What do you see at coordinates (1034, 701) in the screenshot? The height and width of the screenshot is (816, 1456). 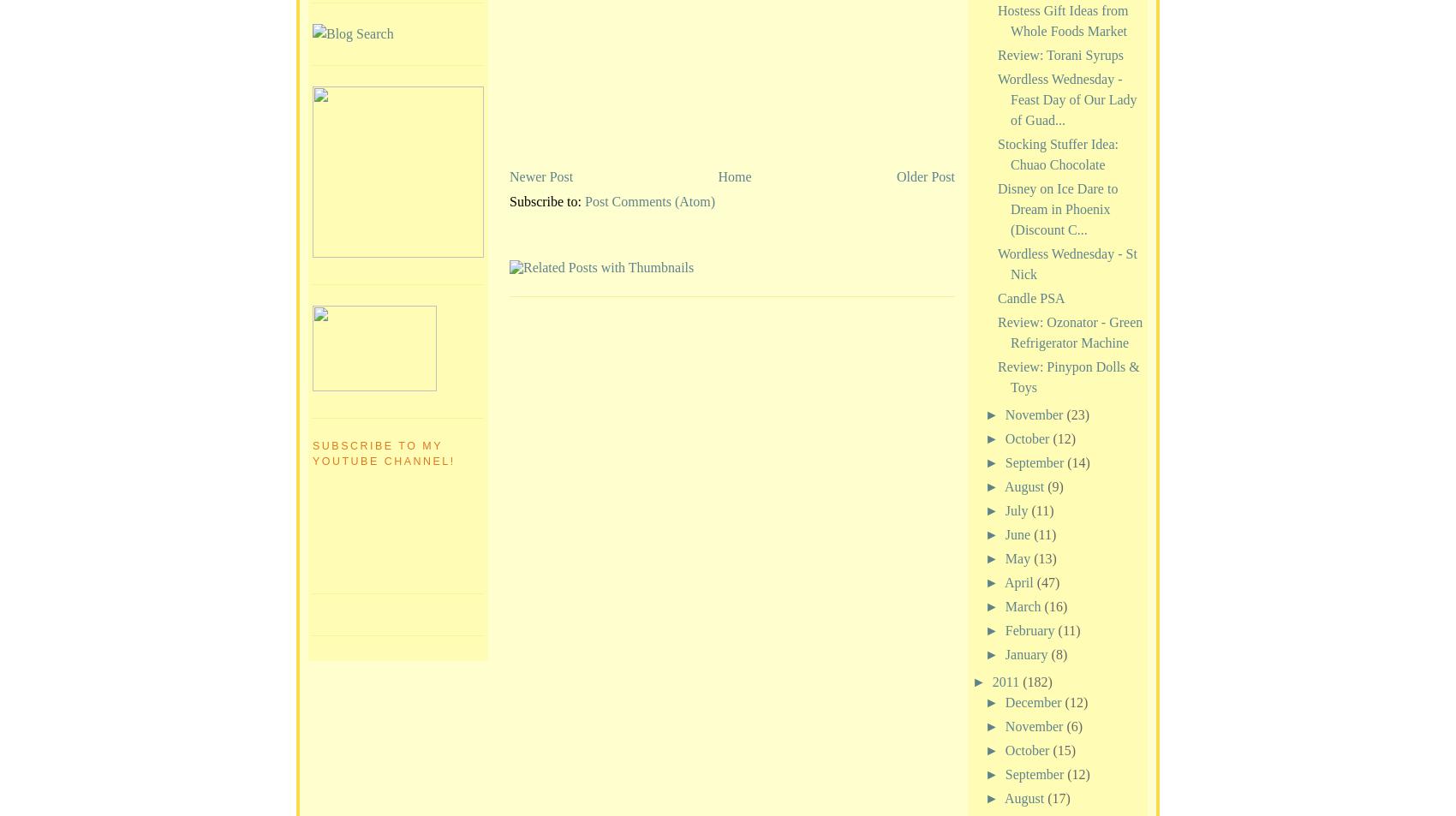 I see `'December'` at bounding box center [1034, 701].